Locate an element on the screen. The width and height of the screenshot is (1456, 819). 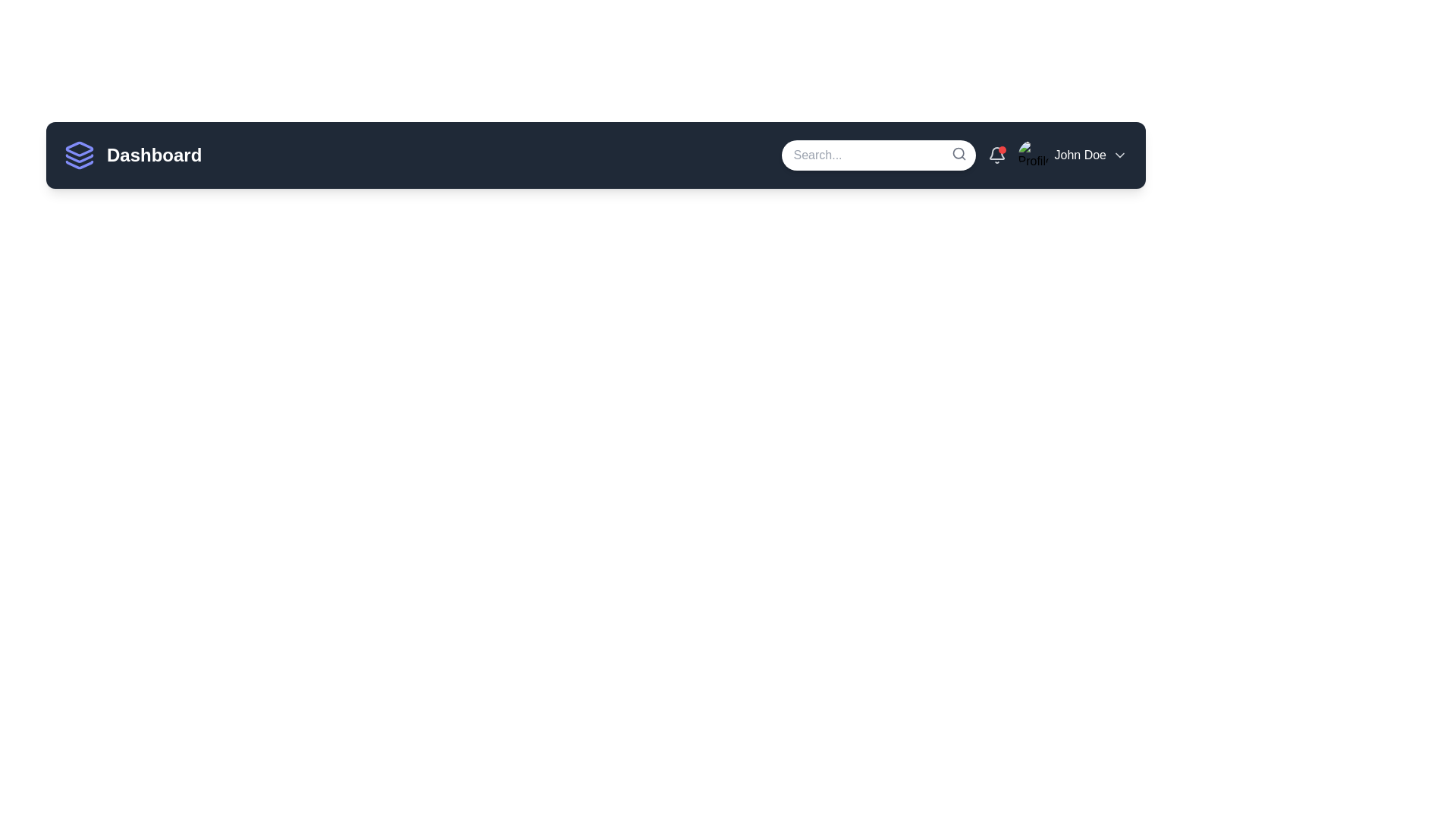
the downwards-pointing gray chevron icon adjacent to the text 'John Doe' is located at coordinates (1120, 155).